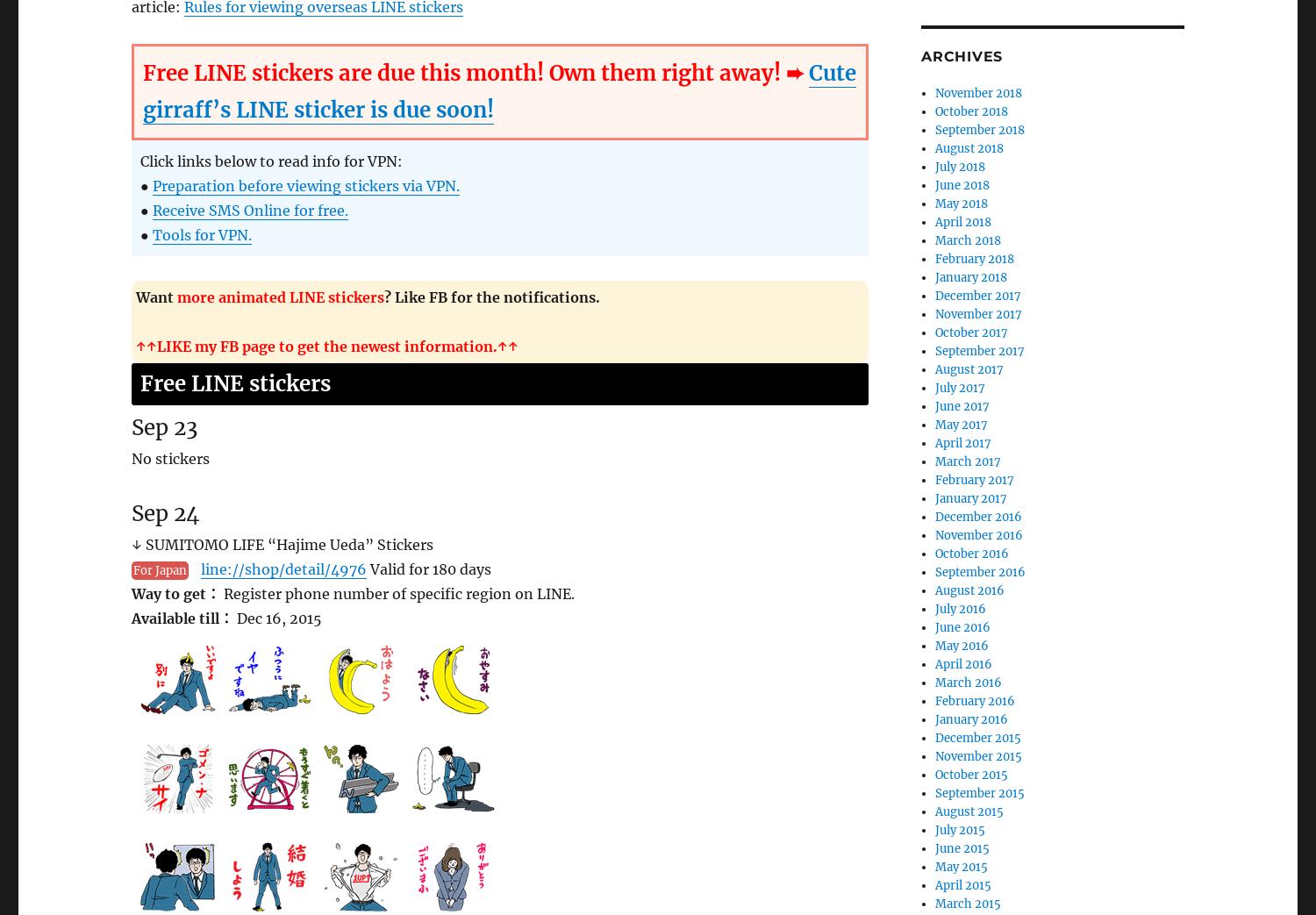 The width and height of the screenshot is (1316, 915). Describe the element at coordinates (970, 774) in the screenshot. I see `'October 2015'` at that location.